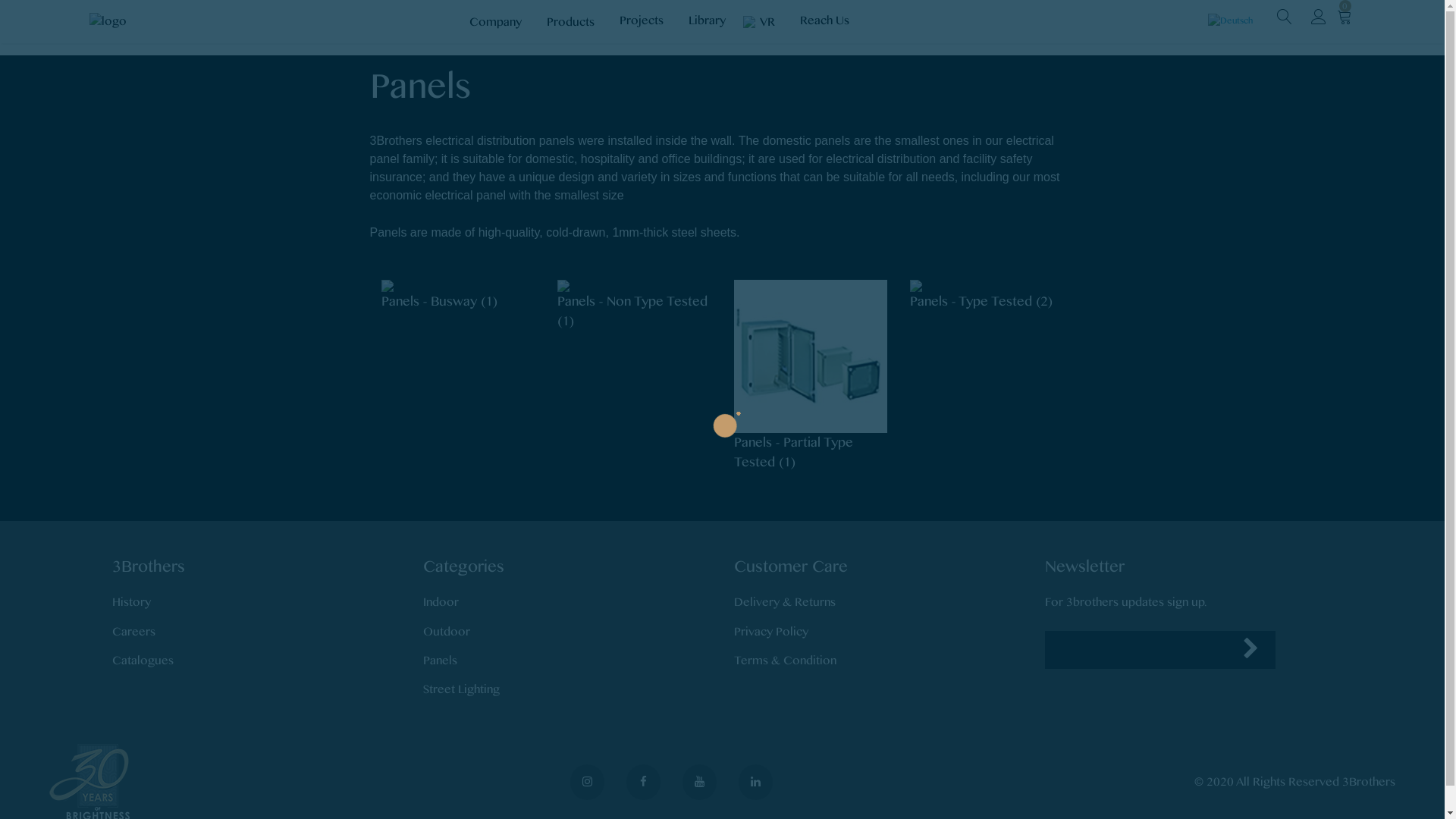 This screenshot has width=1456, height=819. What do you see at coordinates (131, 601) in the screenshot?
I see `'History'` at bounding box center [131, 601].